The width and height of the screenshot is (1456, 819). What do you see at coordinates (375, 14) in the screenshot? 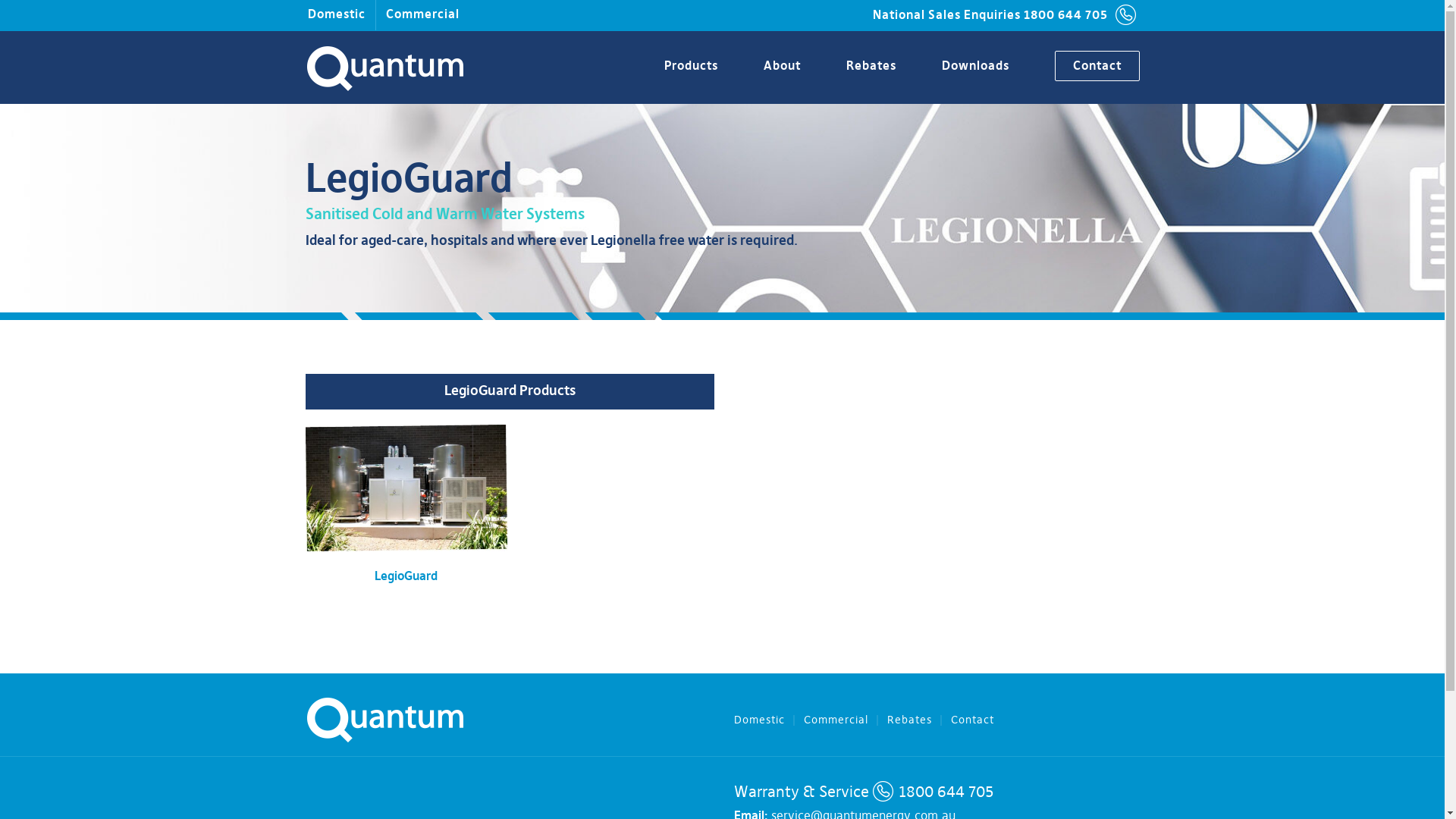
I see `'Commercial'` at bounding box center [375, 14].